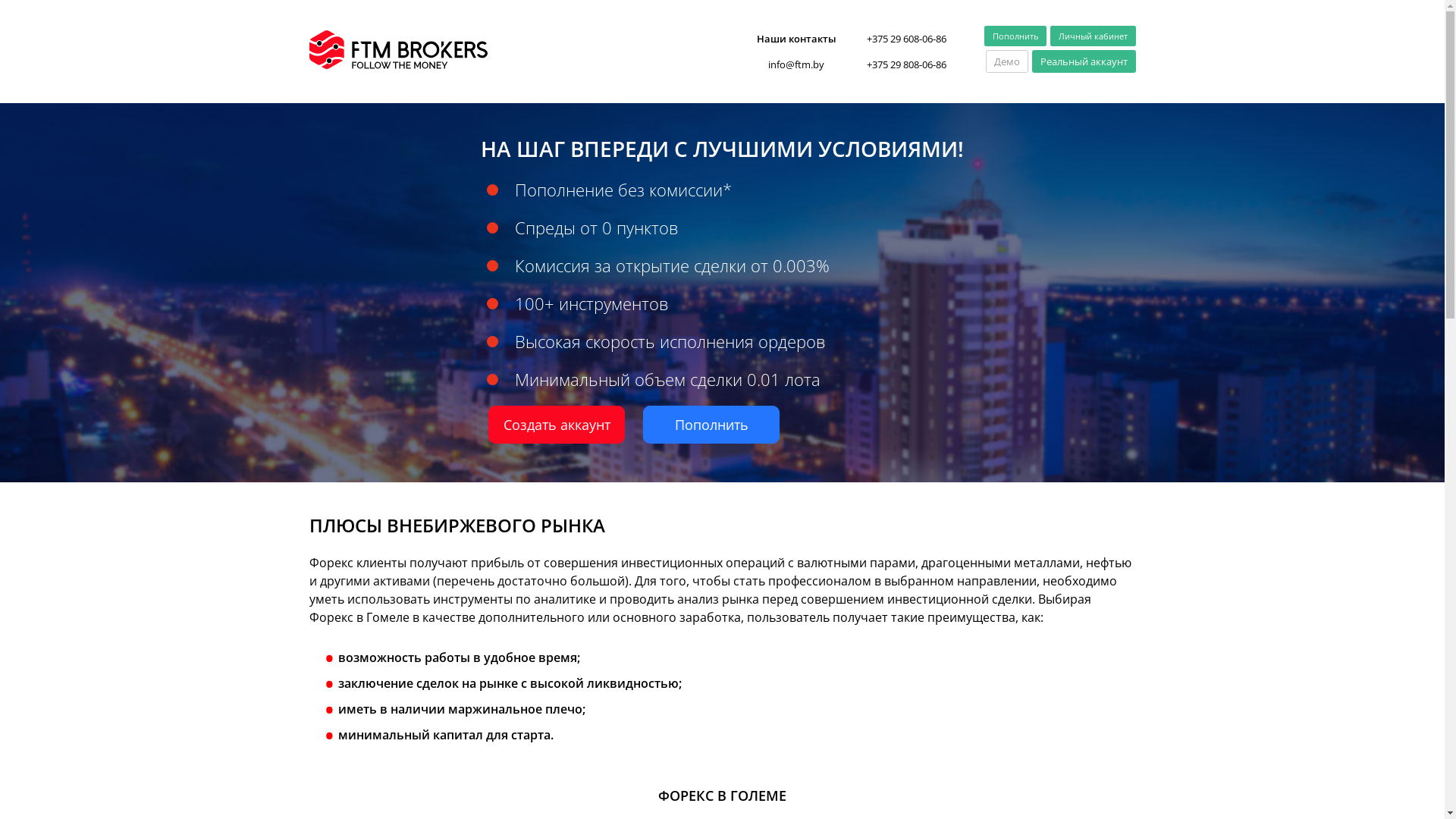 The width and height of the screenshot is (1456, 819). I want to click on '+375 29 808-06-86', so click(905, 63).